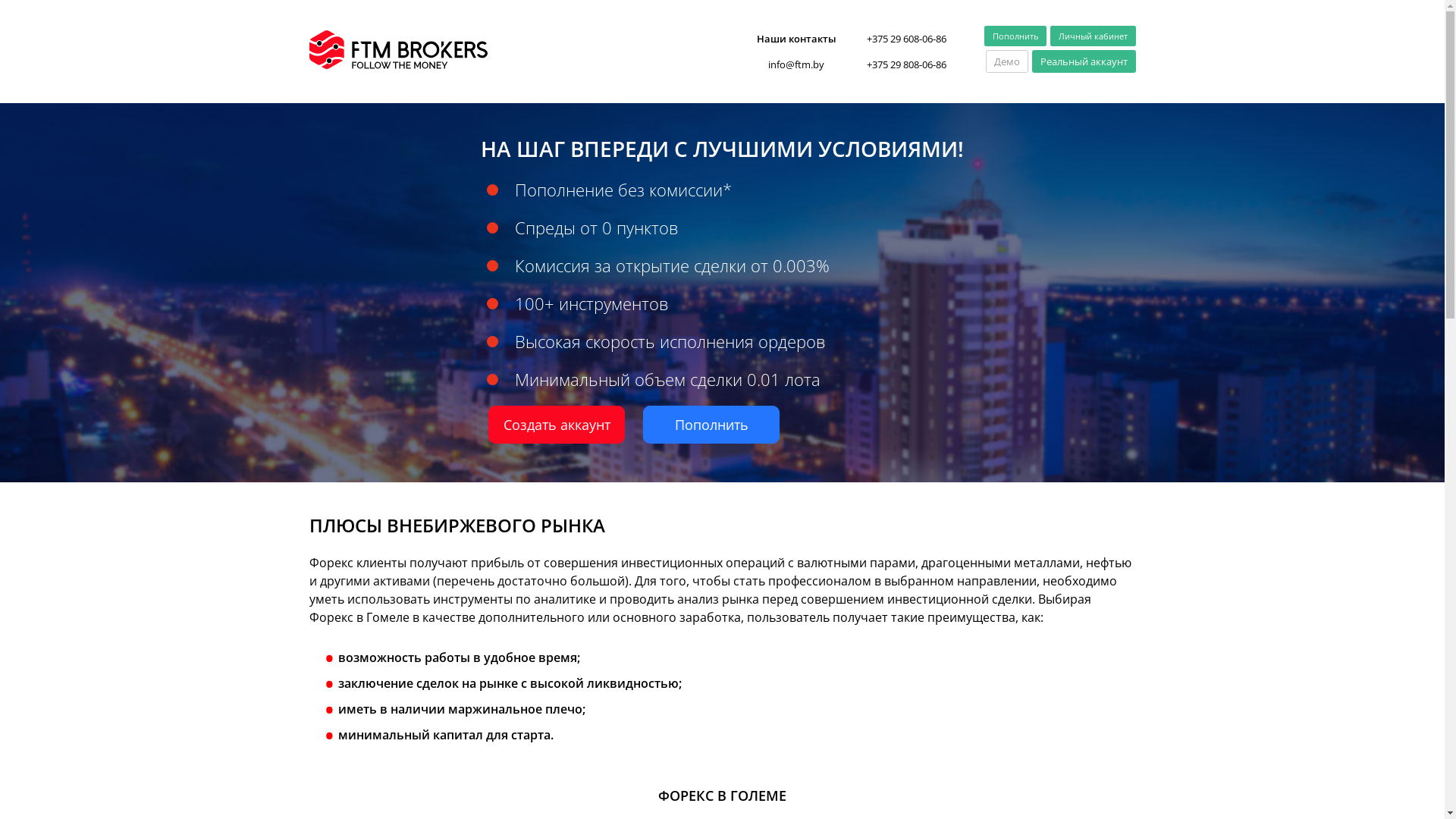 The width and height of the screenshot is (1456, 819). I want to click on '+375 29 808-06-86', so click(905, 63).